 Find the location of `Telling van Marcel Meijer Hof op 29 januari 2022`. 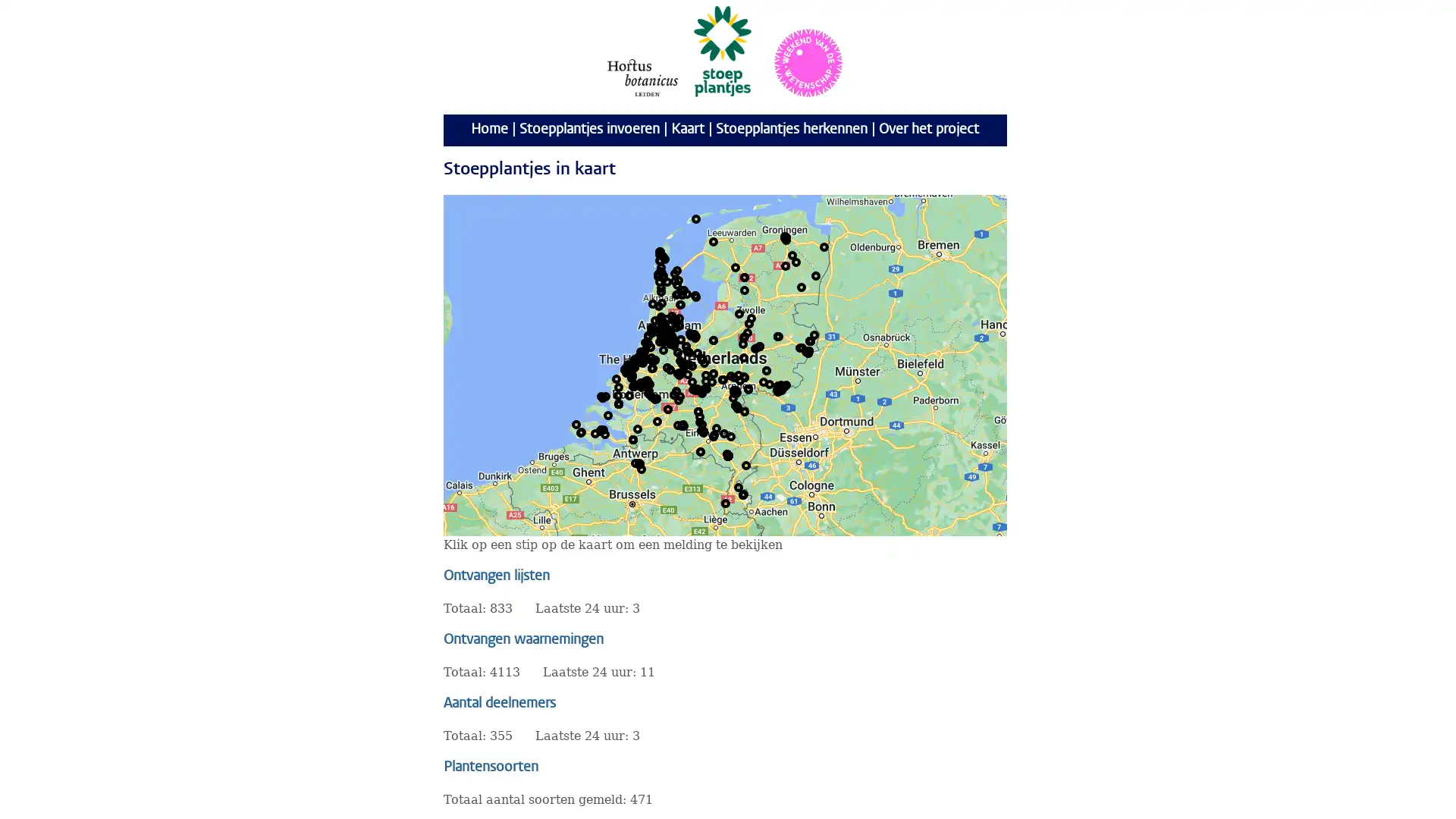

Telling van Marcel Meijer Hof op 29 januari 2022 is located at coordinates (807, 351).